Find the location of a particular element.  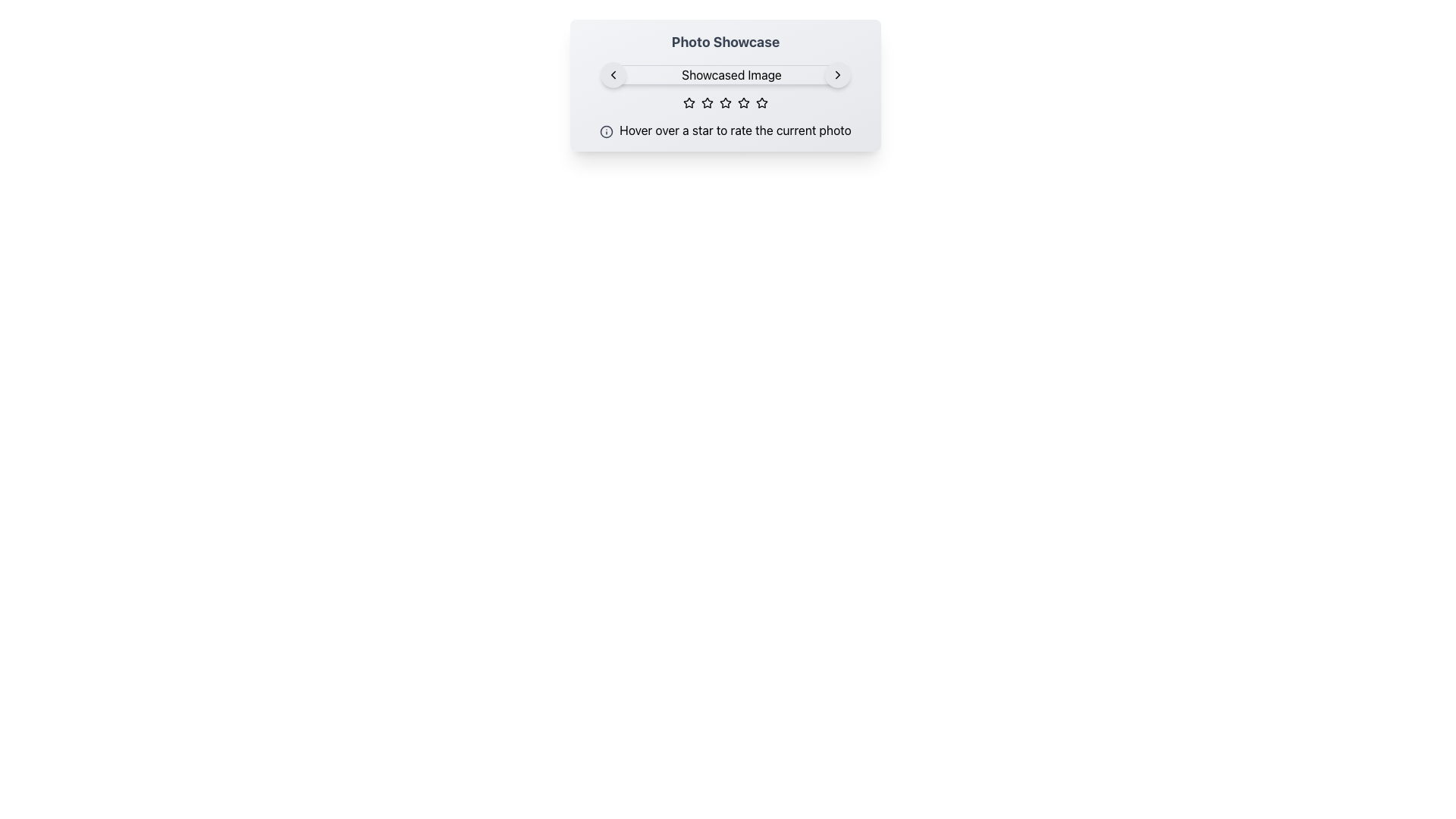

the first star icon in the rating system, which is outlined with a black stroke and positioned among other similar star icons in the photo showcase UI is located at coordinates (706, 102).